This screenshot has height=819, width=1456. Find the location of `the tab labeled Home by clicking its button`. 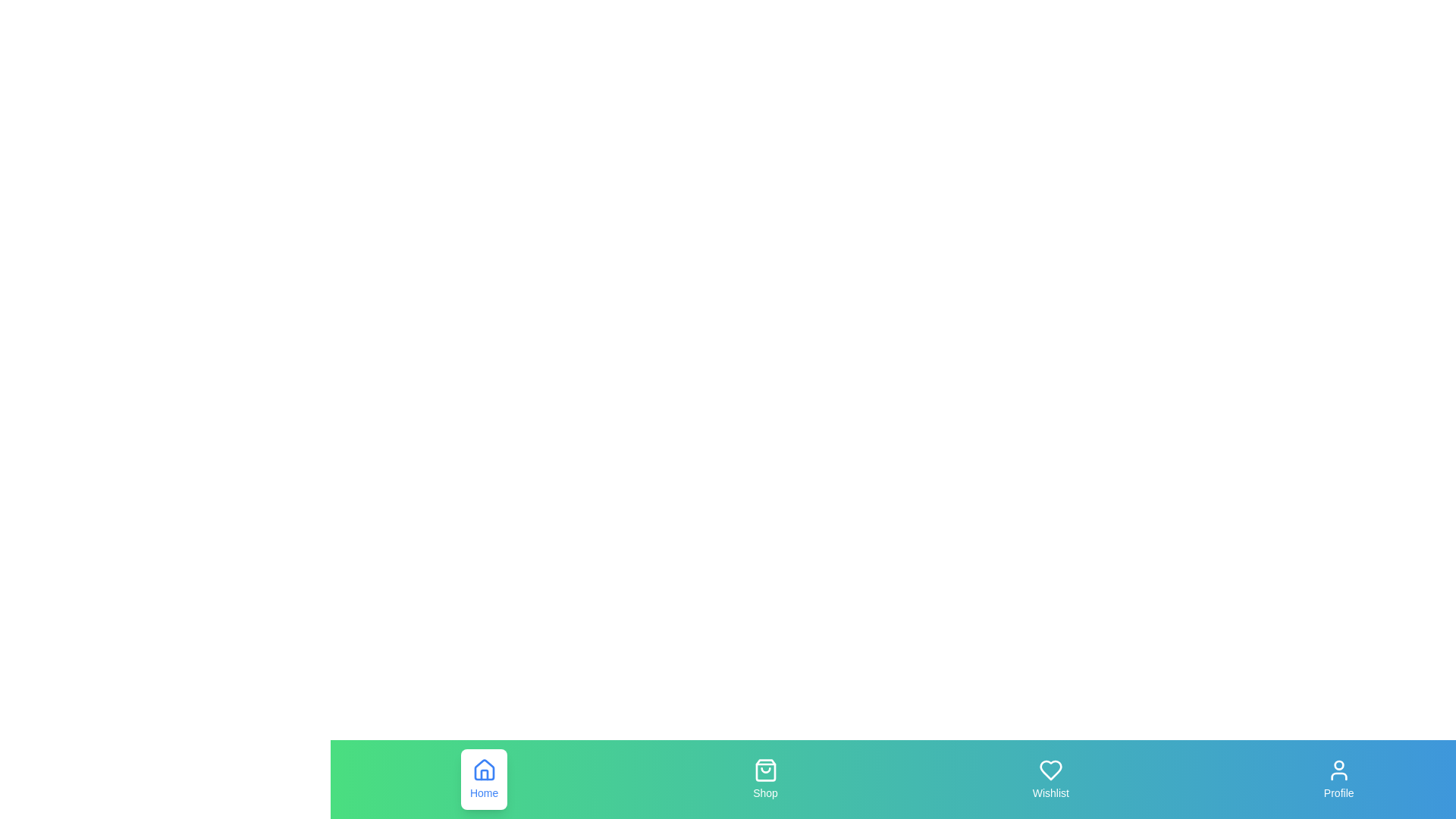

the tab labeled Home by clicking its button is located at coordinates (483, 780).